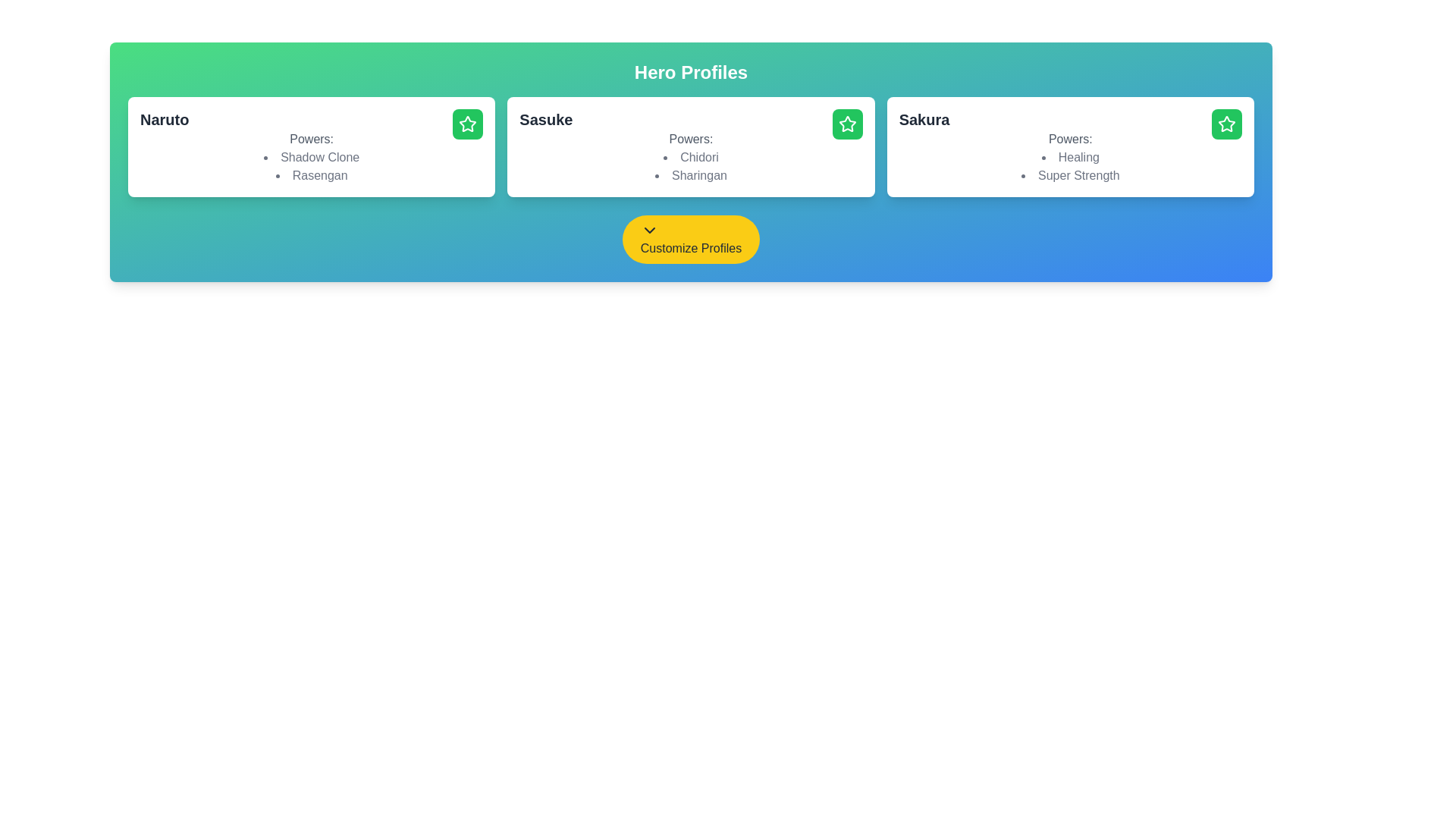 This screenshot has width=1456, height=819. What do you see at coordinates (1226, 123) in the screenshot?
I see `the interactive favorite icon located in the top-right corner of Sakura's profile card` at bounding box center [1226, 123].